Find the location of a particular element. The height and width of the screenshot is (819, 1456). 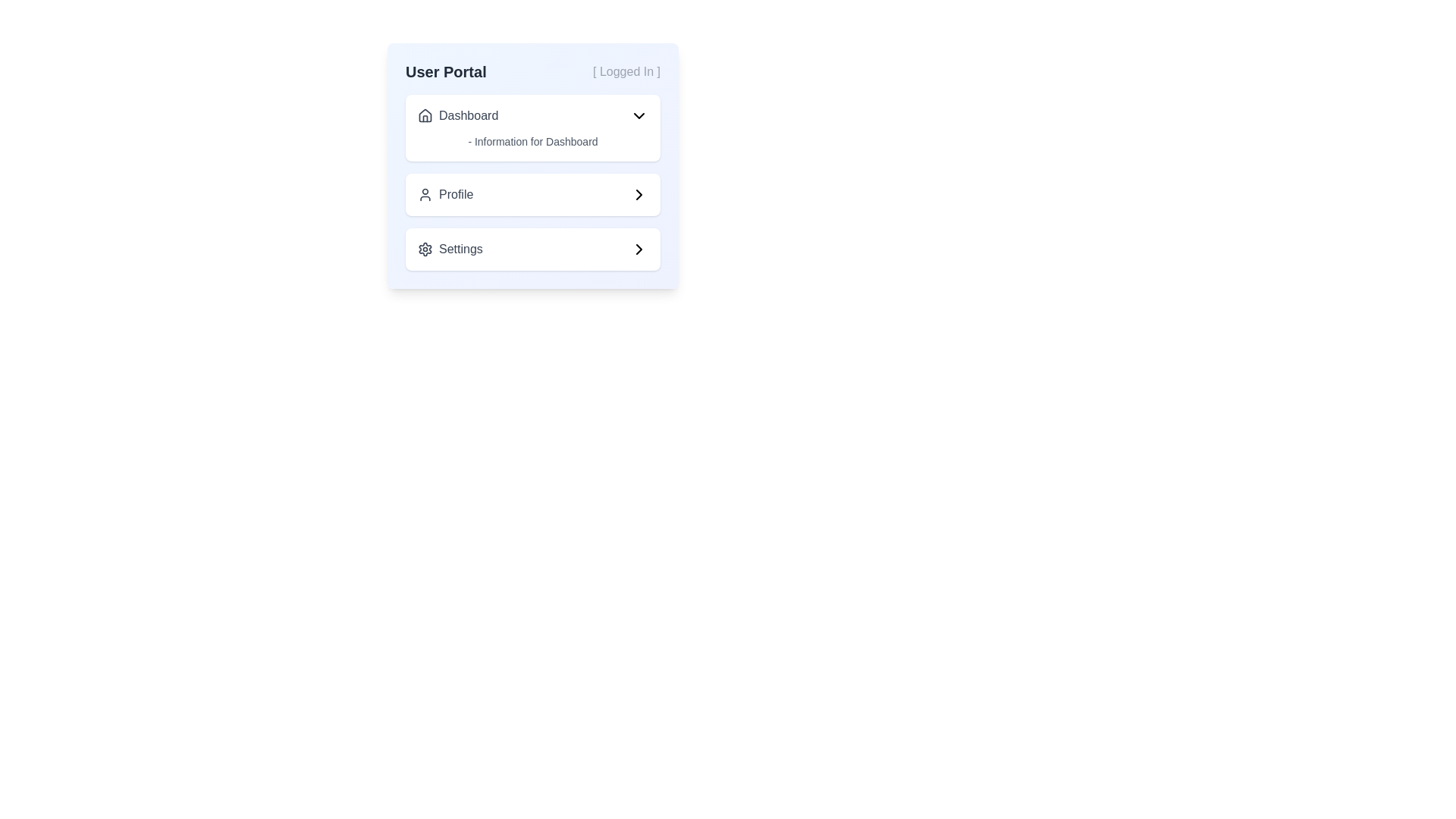

the arrow icon in the Profile section is located at coordinates (639, 194).